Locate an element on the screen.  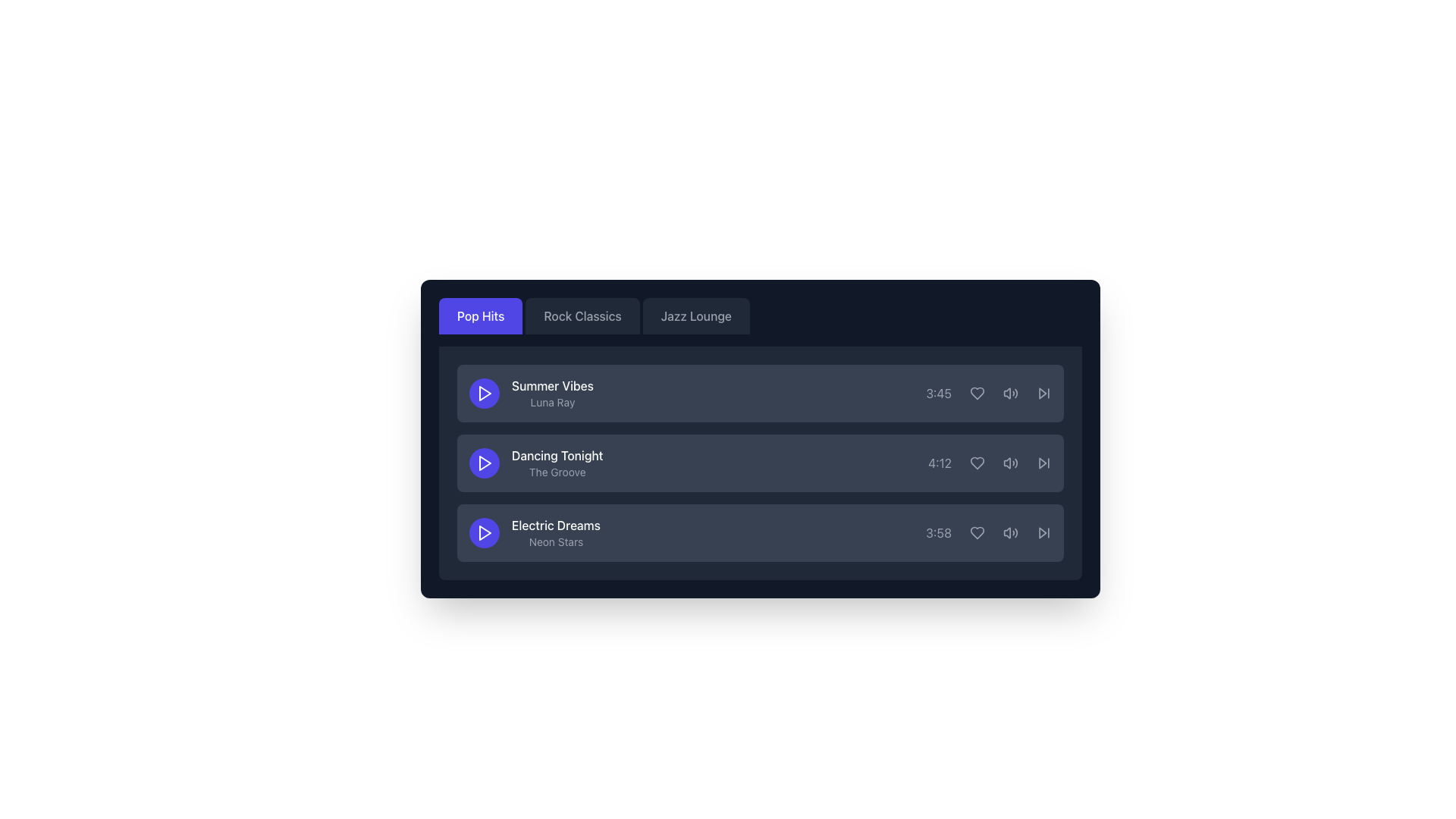
the text label displaying 'Luna Ray', which is styled in light gray and located below the title 'Summer Vibes' is located at coordinates (552, 402).